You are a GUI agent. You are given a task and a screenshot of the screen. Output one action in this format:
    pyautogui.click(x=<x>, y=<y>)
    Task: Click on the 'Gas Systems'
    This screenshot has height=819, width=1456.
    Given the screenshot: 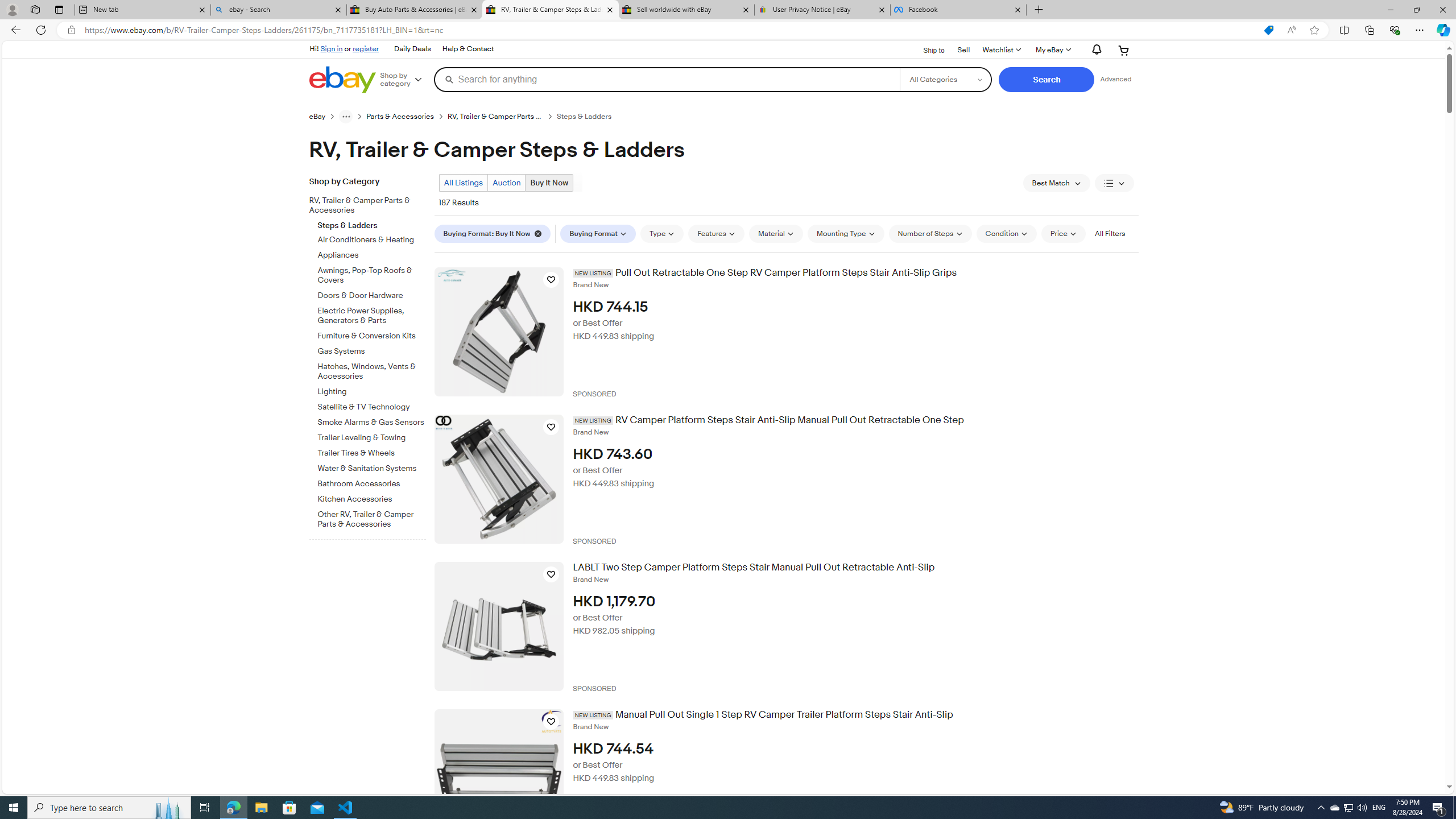 What is the action you would take?
    pyautogui.click(x=371, y=349)
    